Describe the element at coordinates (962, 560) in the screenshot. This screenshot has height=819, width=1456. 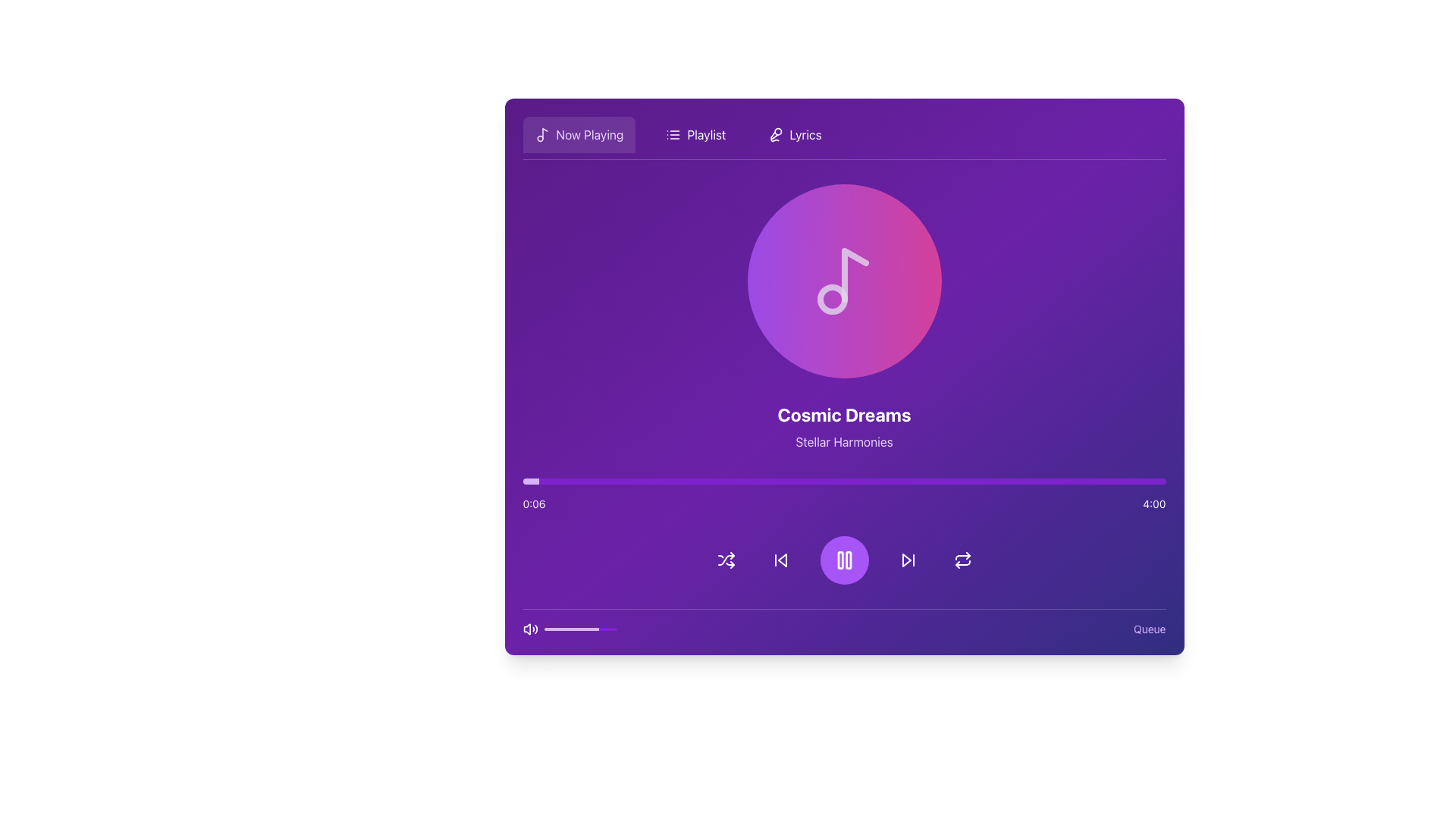
I see `the repeat button, which is the last interactive element in the row of buttons beneath the media progress bar` at that location.